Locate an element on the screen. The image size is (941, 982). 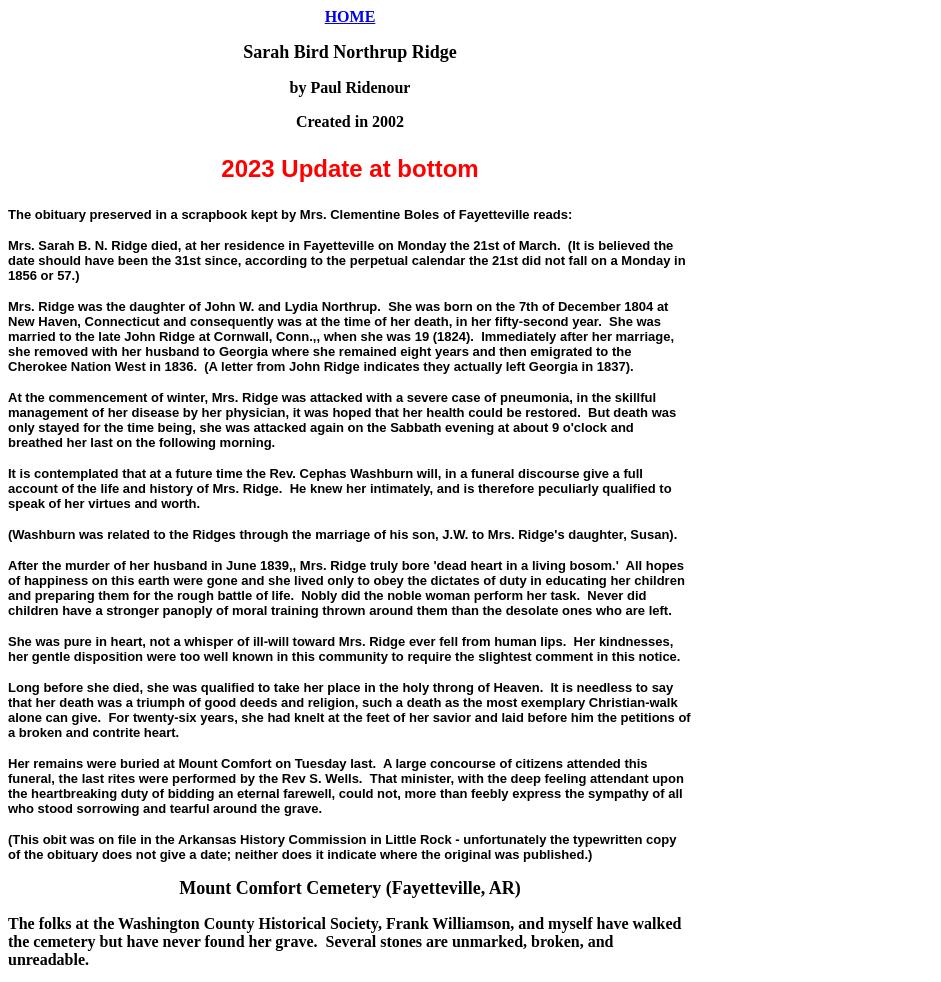
'(Washburn

was related to the Ridges through the marriage of his son, J.W.

to Mrs. Ridge's daughter, Susan).' is located at coordinates (341, 533).